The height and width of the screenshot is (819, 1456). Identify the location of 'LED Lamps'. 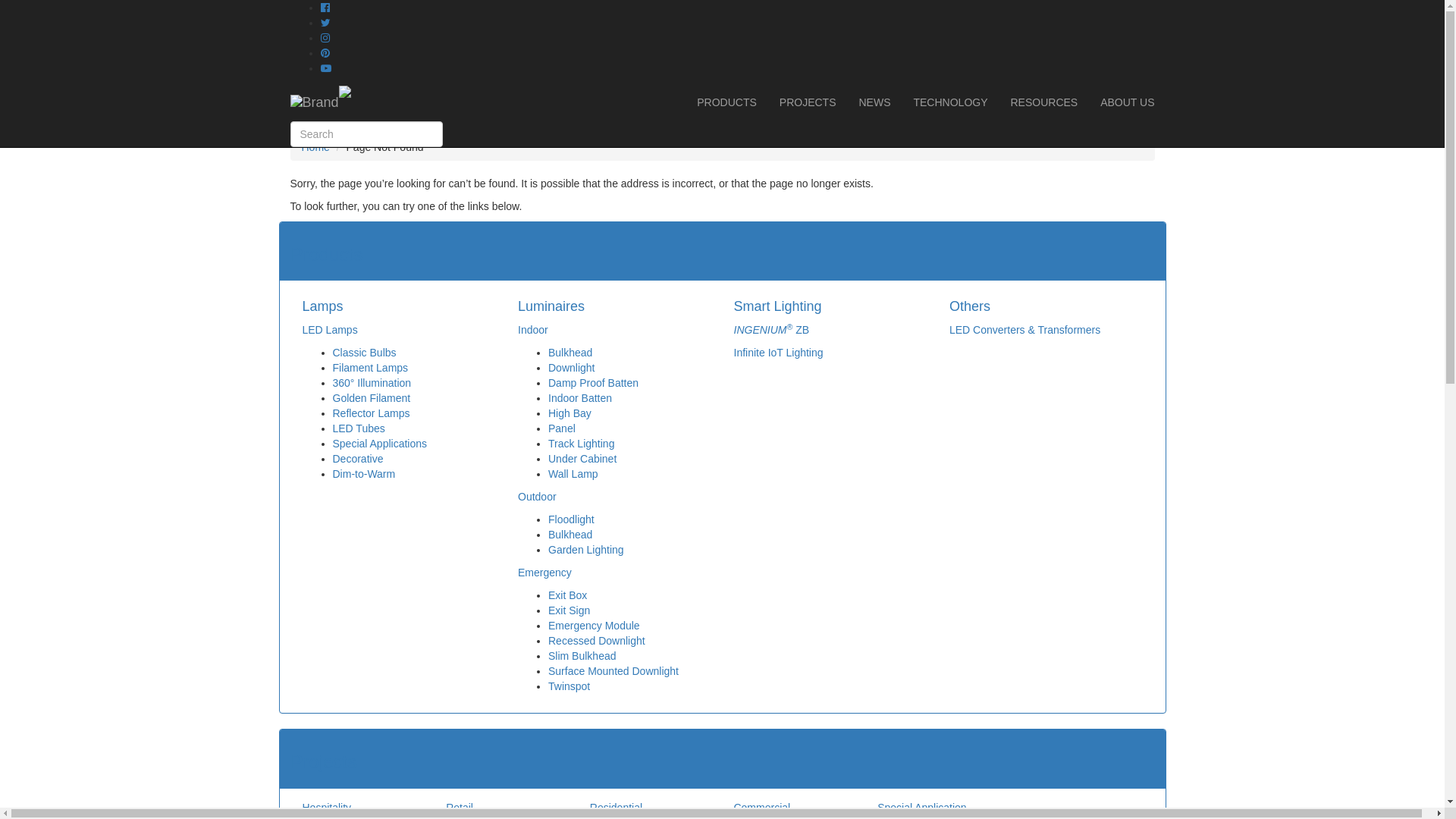
(328, 329).